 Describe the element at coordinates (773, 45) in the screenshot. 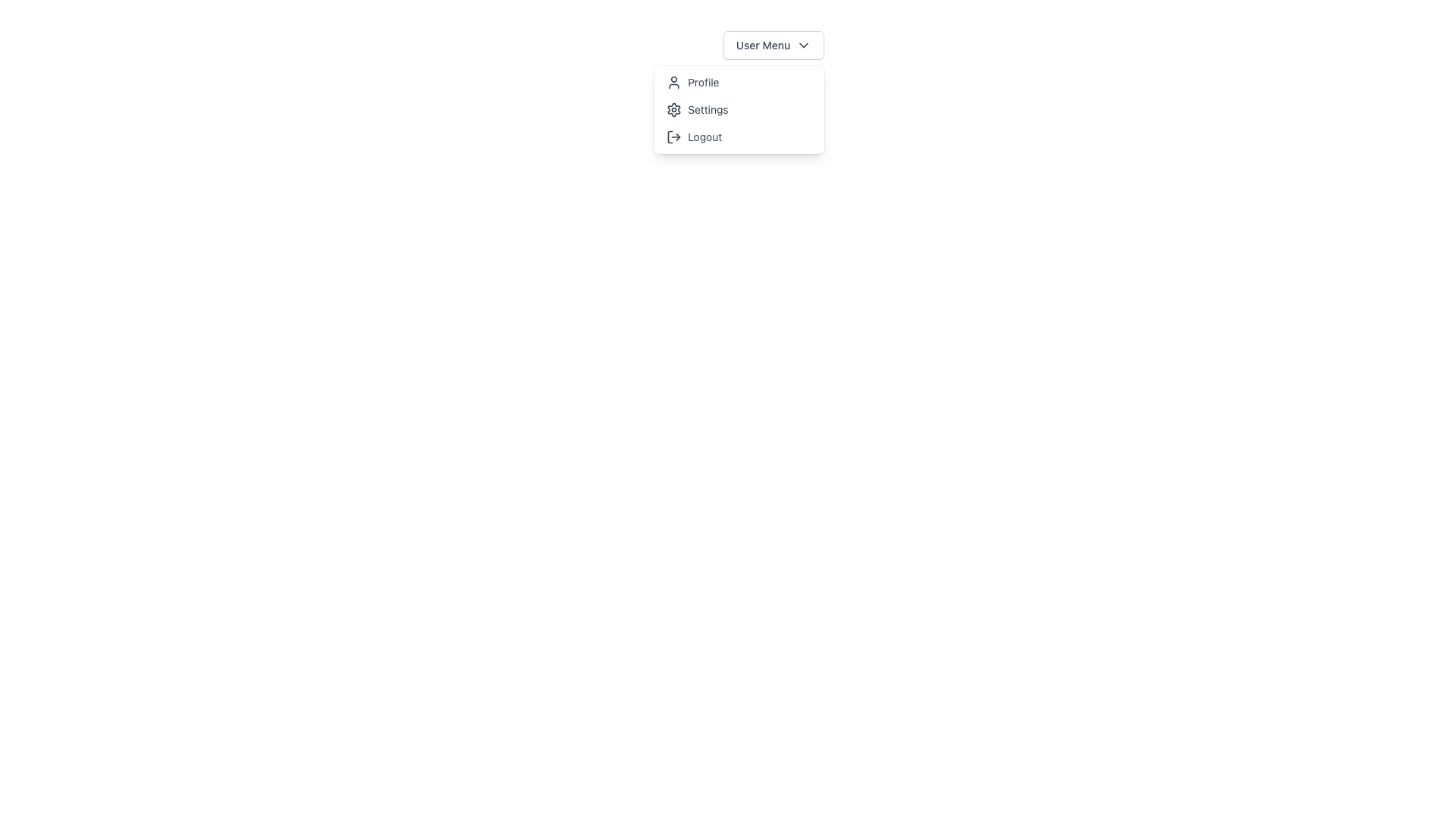

I see `the Dropdown Menu Trigger located at the top-center of the interface` at that location.